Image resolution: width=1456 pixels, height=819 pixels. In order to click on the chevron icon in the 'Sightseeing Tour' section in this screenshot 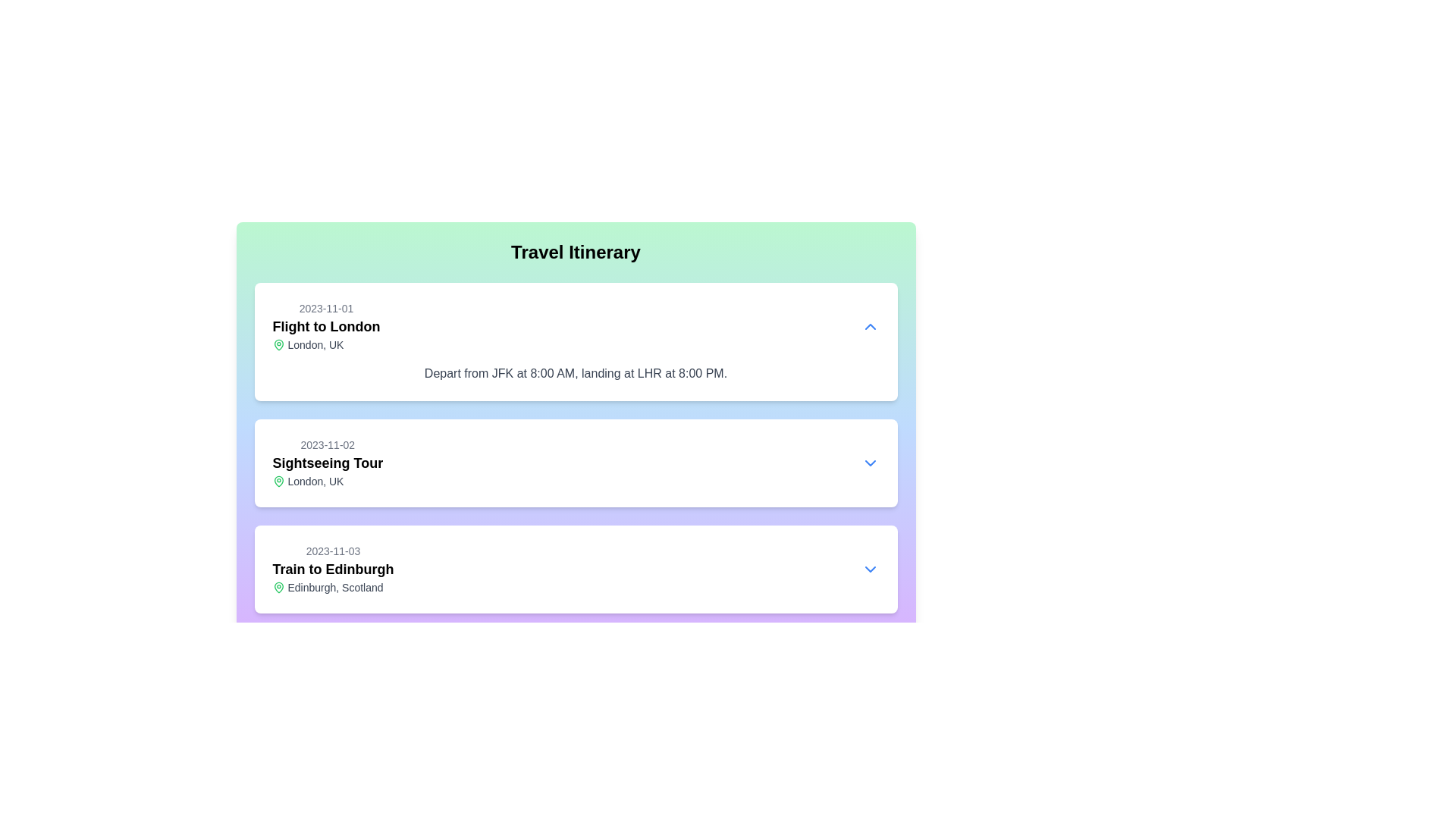, I will do `click(870, 462)`.